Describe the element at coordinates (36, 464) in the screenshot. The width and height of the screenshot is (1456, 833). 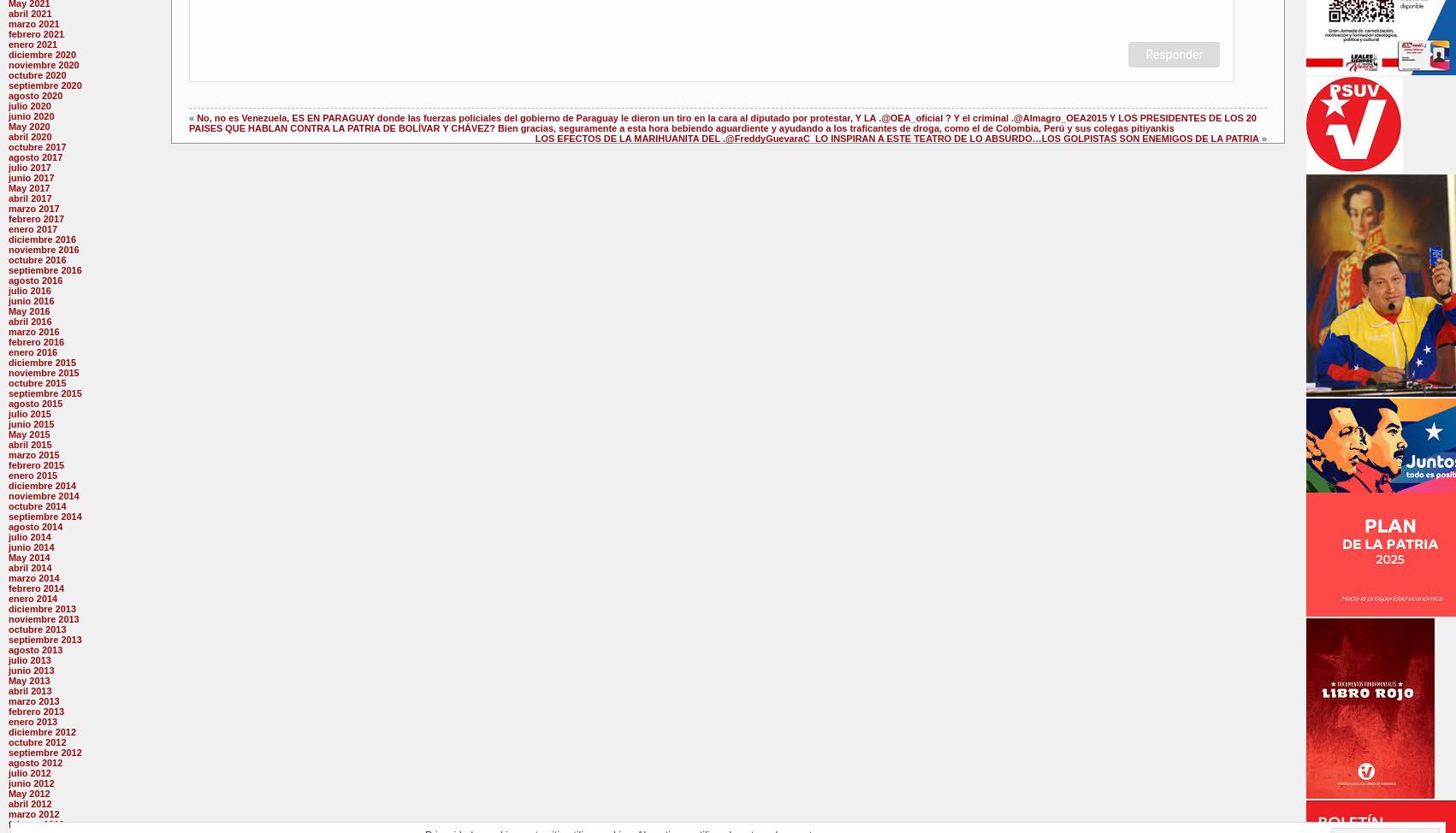
I see `'febrero 2015'` at that location.